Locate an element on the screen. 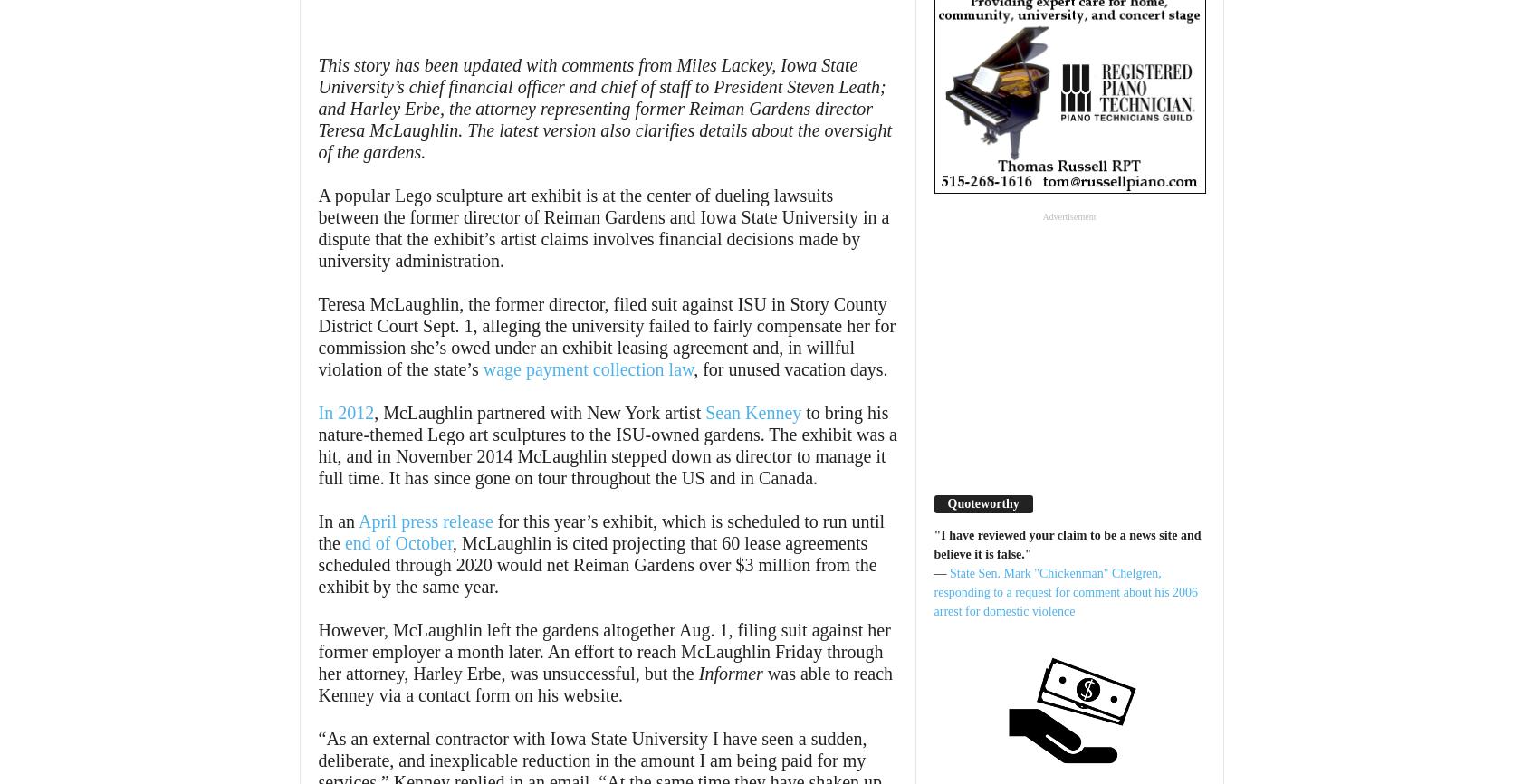 The height and width of the screenshot is (784, 1523). 'A popular Lego sculpture art exhibit is at the center of dueling lawsuits between the former director of Reiman Gardens and Iowa State University in a dispute that the exhibit’s artist claims involves financial decisions made by university administration.' is located at coordinates (317, 227).